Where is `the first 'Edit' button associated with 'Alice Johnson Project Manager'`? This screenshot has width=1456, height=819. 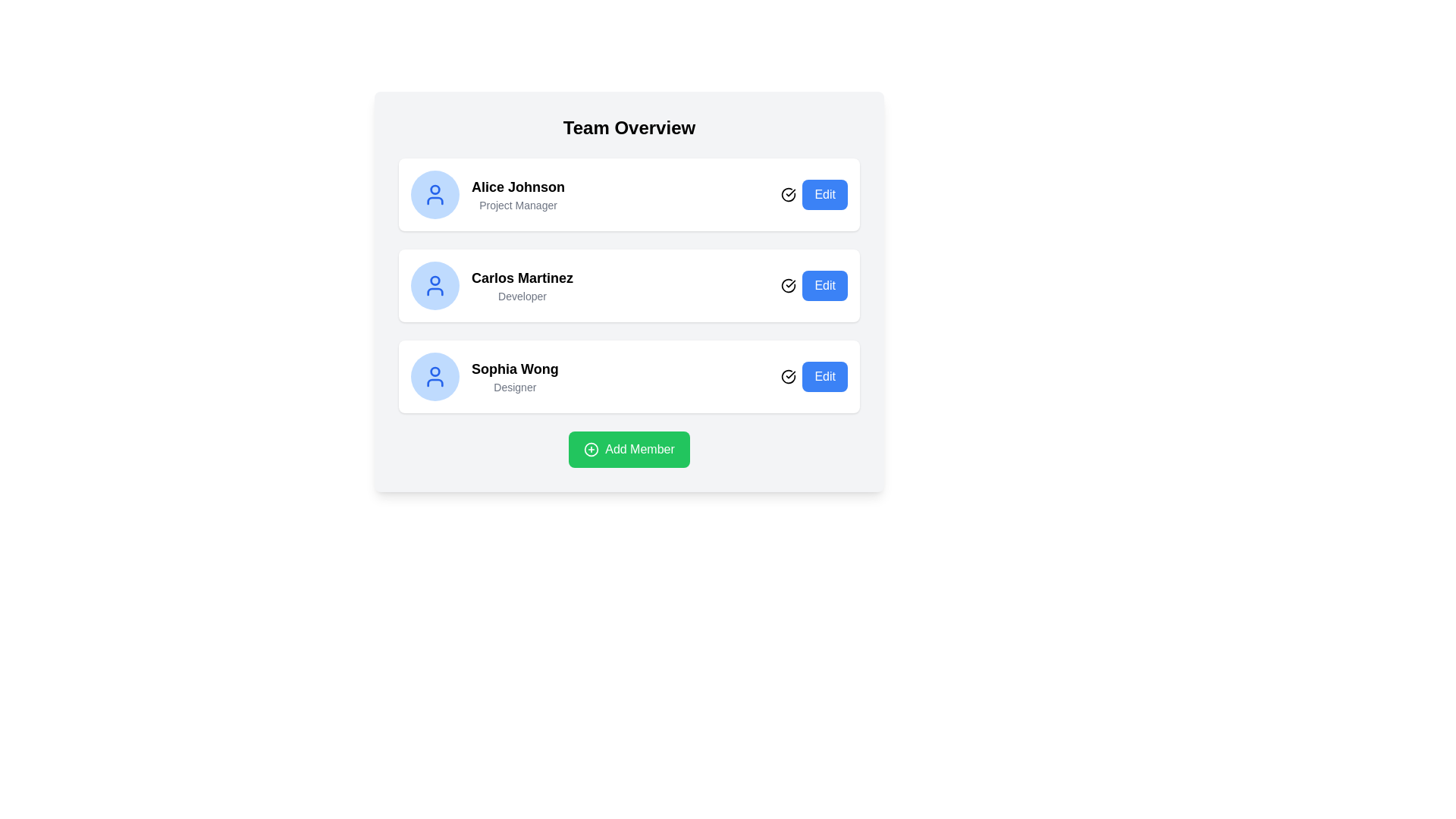
the first 'Edit' button associated with 'Alice Johnson Project Manager' is located at coordinates (824, 194).